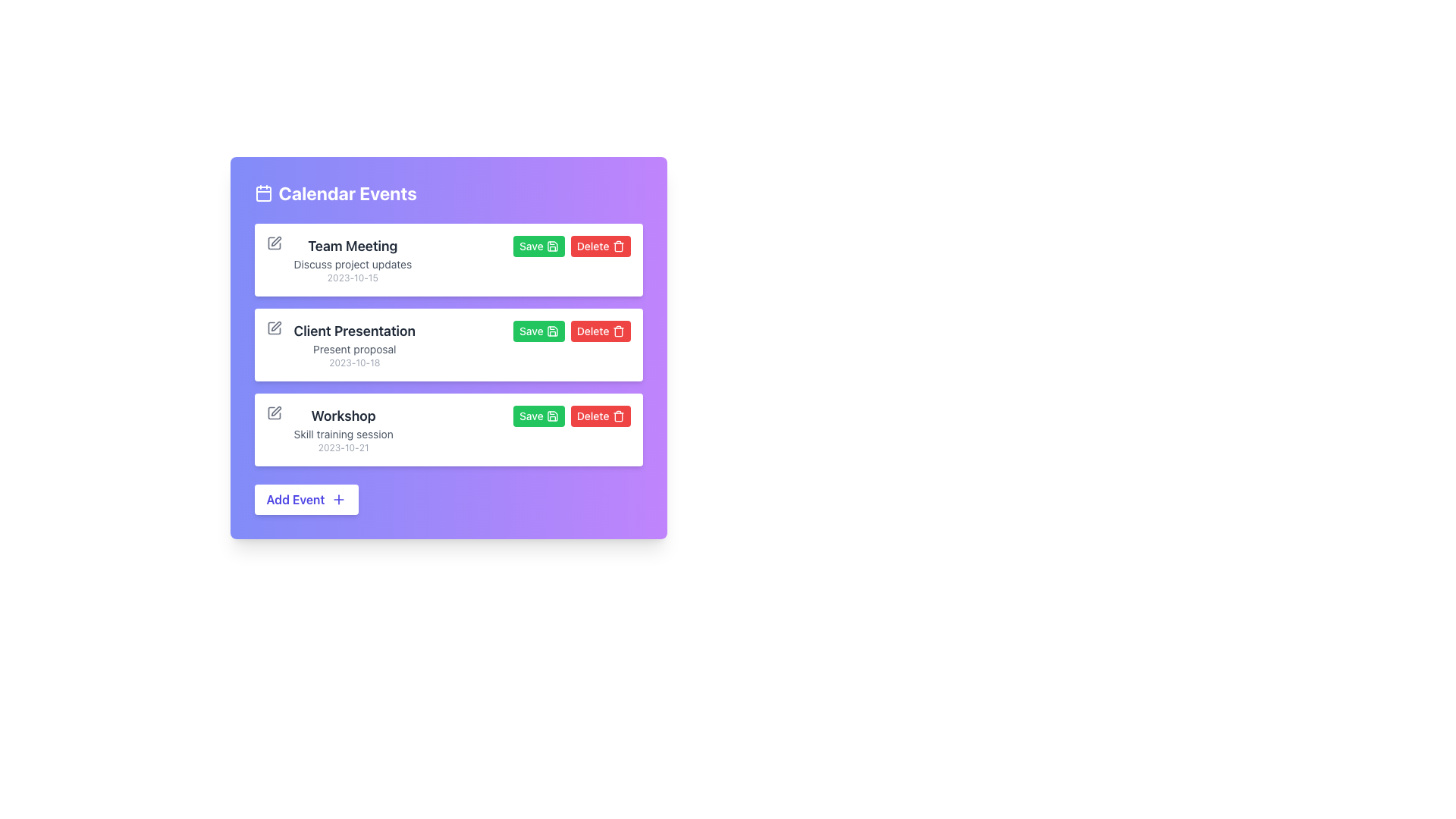 The height and width of the screenshot is (819, 1456). Describe the element at coordinates (571, 330) in the screenshot. I see `the 'Delete' button in the grouped button set located on the right side of the 'Client Presentation' entry in the 'Calendar Events' section` at that location.